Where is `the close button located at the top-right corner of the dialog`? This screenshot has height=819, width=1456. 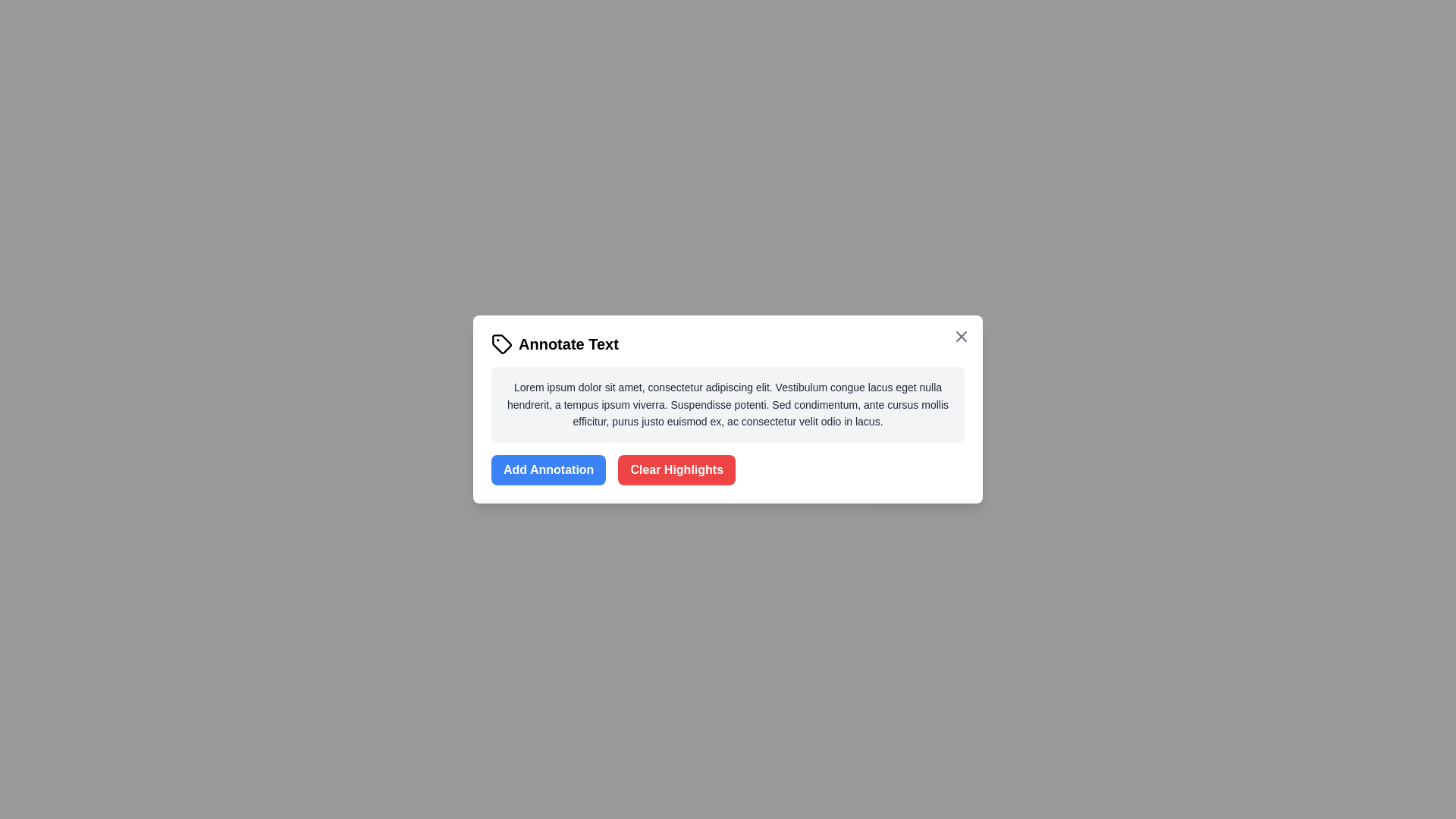 the close button located at the top-right corner of the dialog is located at coordinates (960, 335).